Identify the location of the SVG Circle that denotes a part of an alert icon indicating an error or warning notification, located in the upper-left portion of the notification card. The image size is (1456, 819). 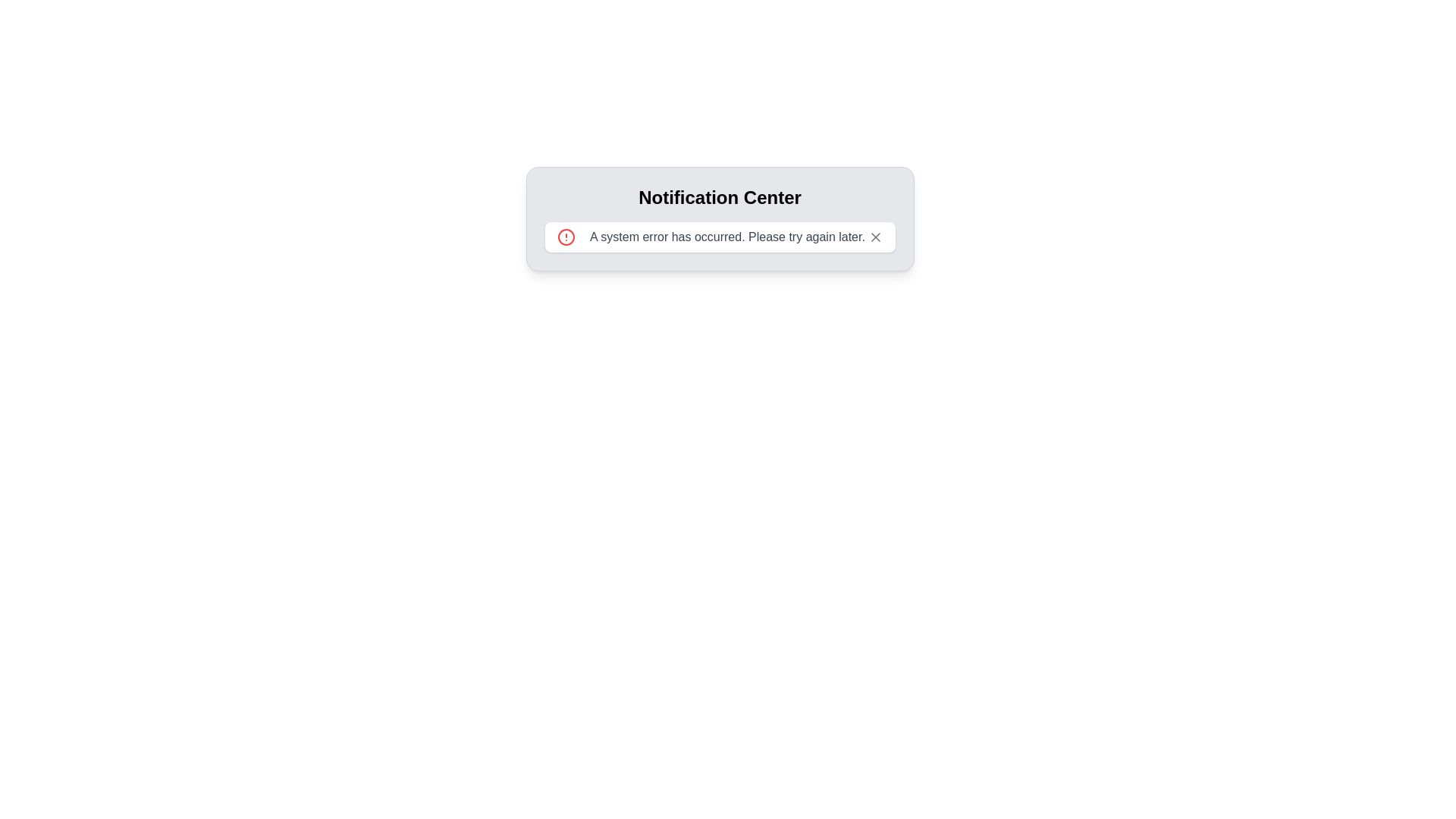
(565, 237).